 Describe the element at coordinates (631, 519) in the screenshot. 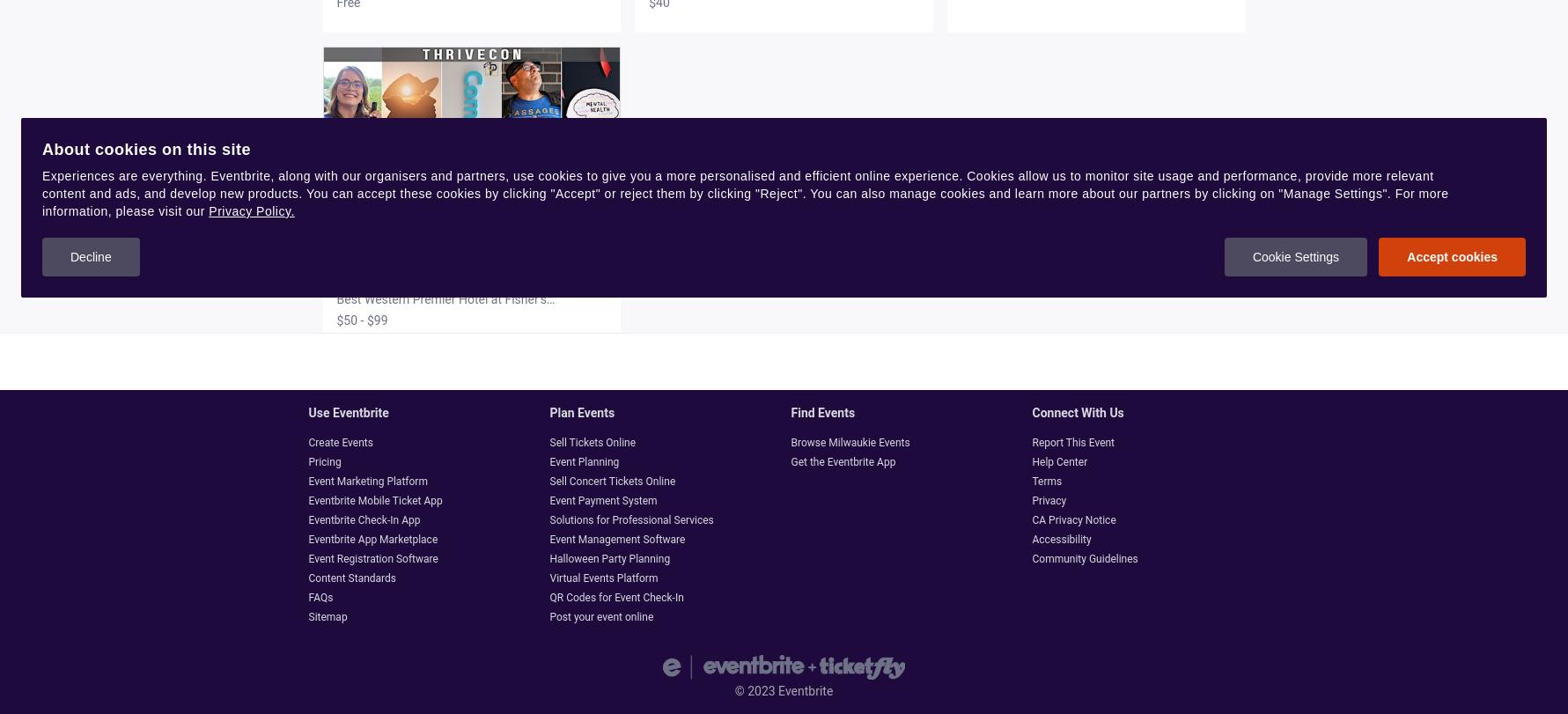

I see `'Solutions for Professional Services'` at that location.